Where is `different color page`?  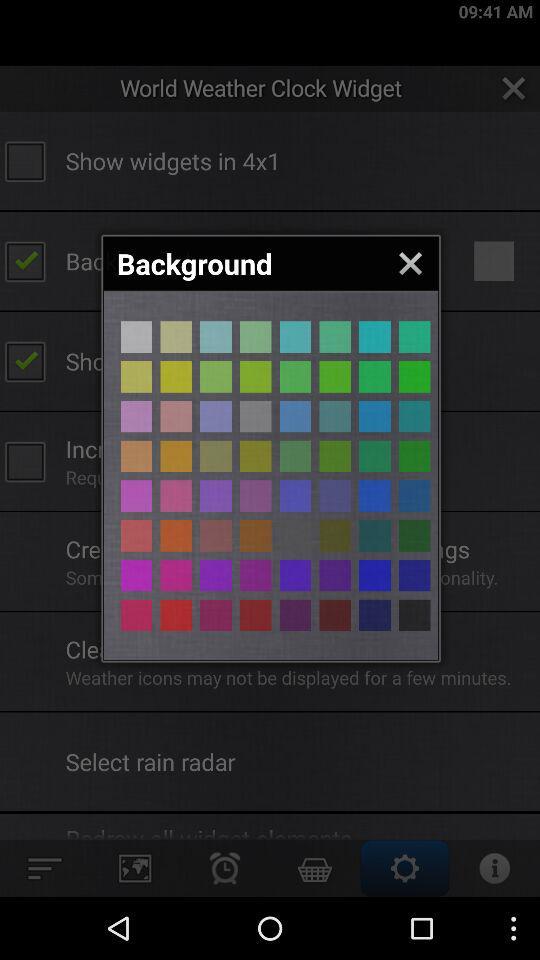
different color page is located at coordinates (255, 375).